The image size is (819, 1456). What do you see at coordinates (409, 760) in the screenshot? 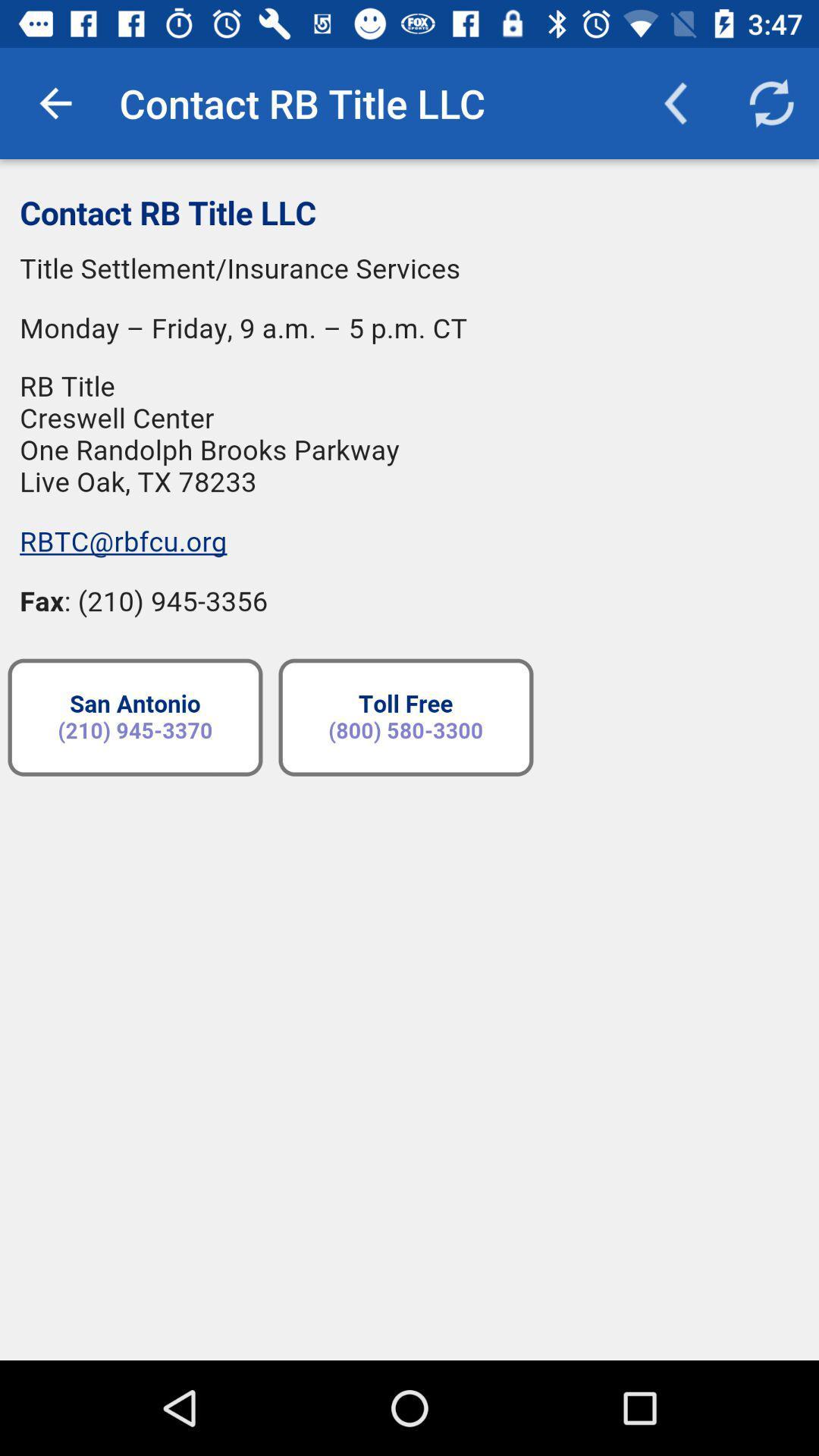
I see `contact of title` at bounding box center [409, 760].